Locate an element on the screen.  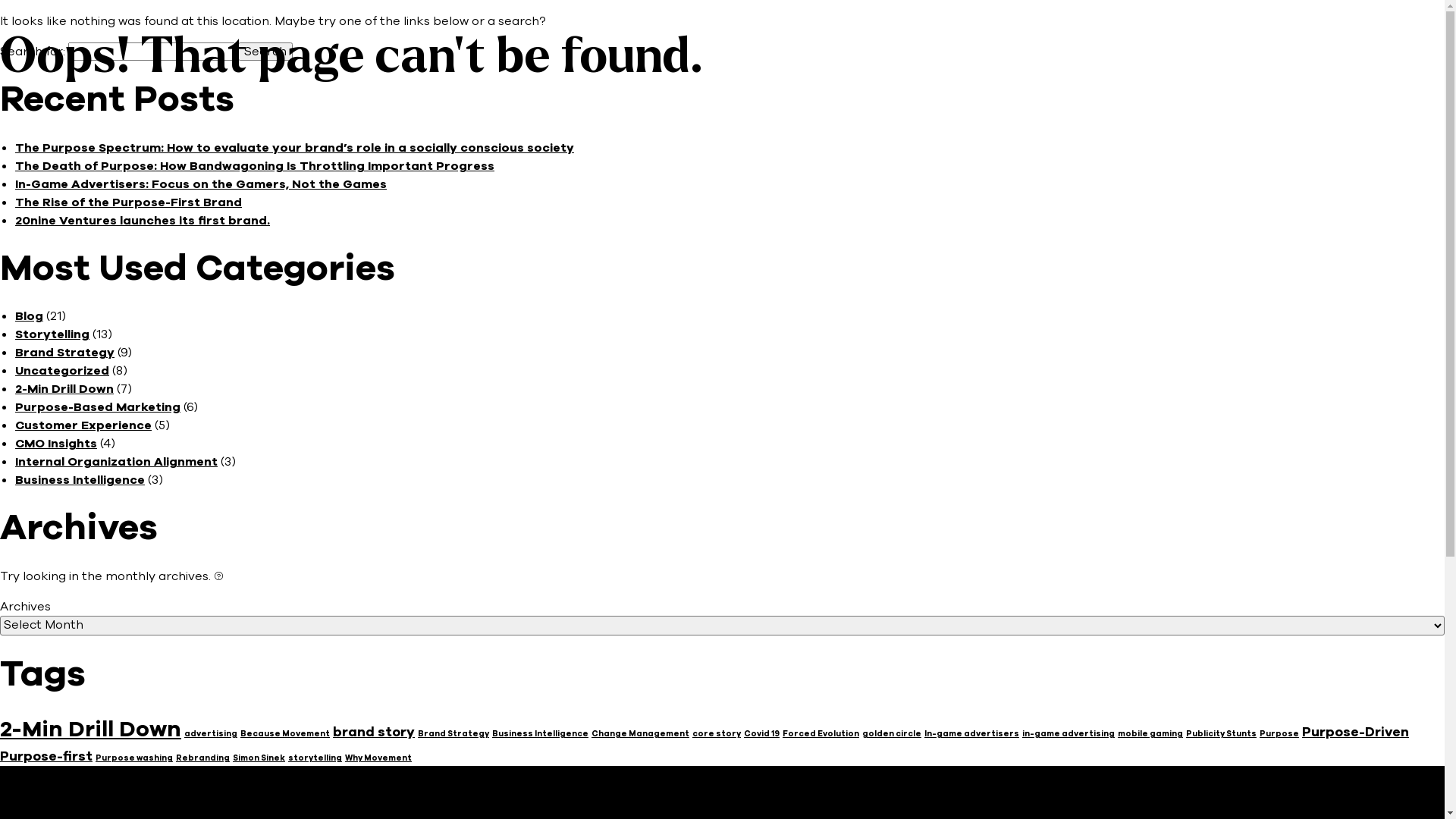
'Forced Evolution' is located at coordinates (820, 733).